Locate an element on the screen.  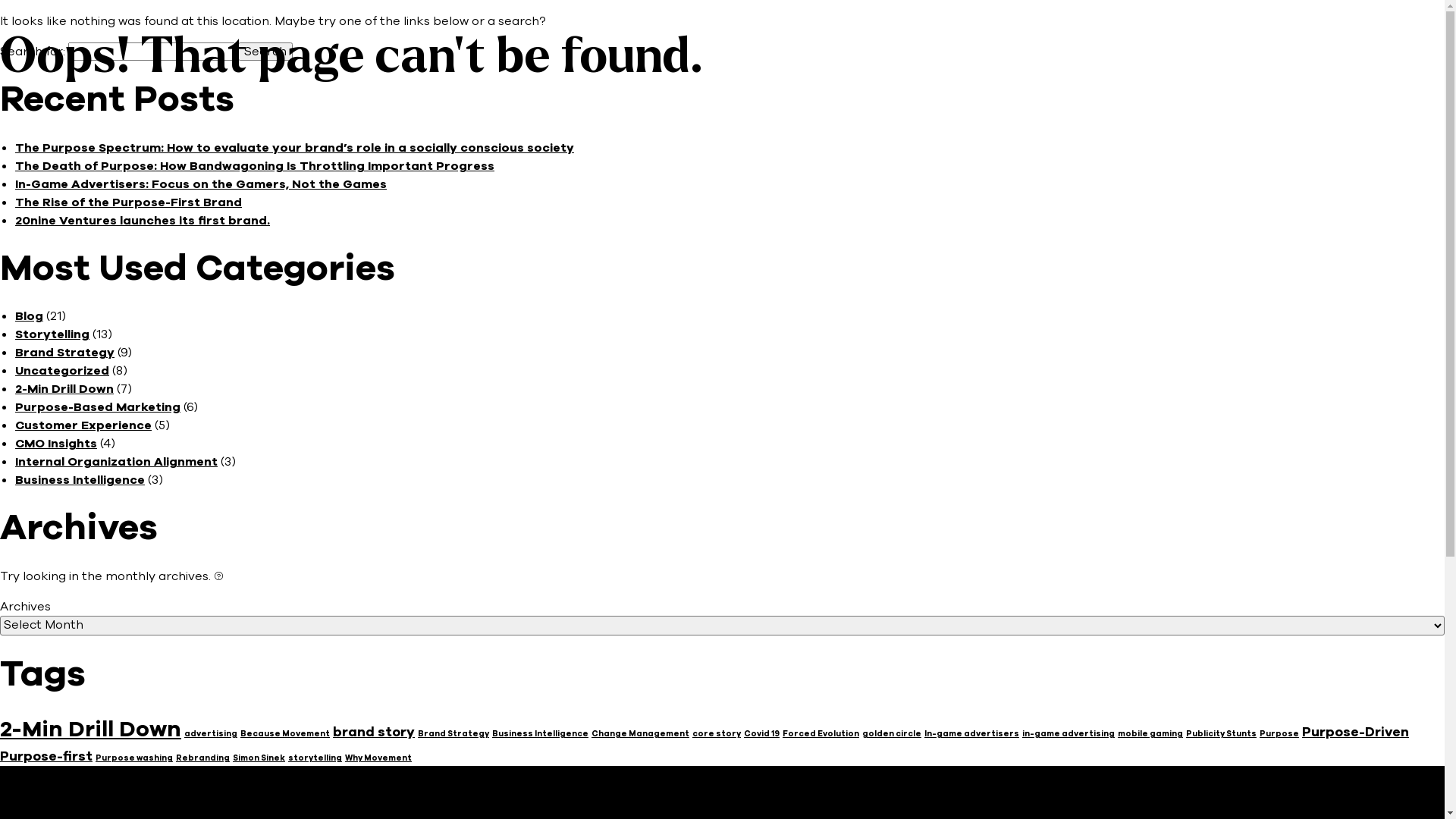
'Forced Evolution' is located at coordinates (820, 733).